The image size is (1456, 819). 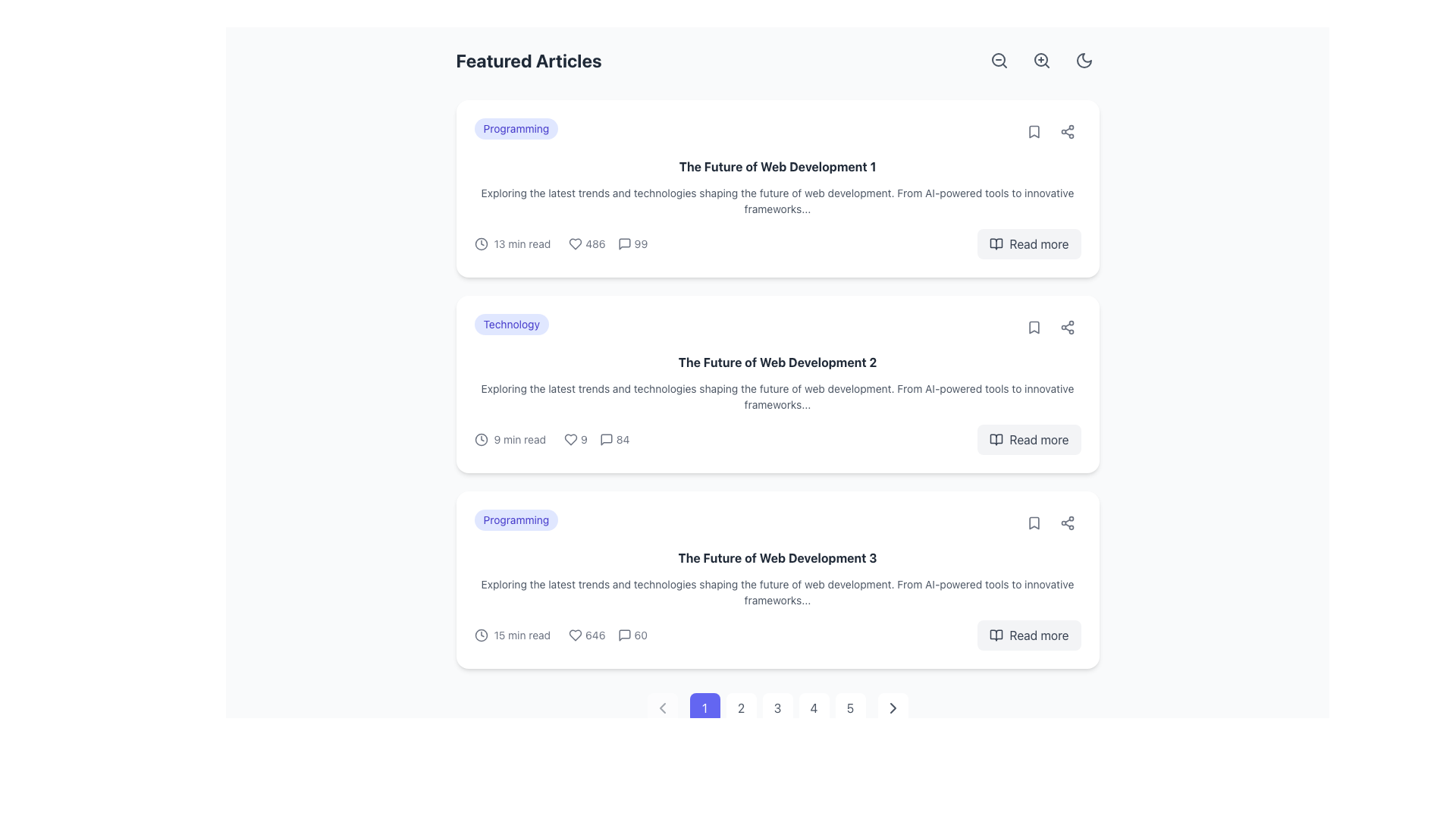 What do you see at coordinates (624, 243) in the screenshot?
I see `the speech bubble icon representing message or comment action, located to the right of the heart icon in the first article card titled 'The Future of Web Development 1'` at bounding box center [624, 243].